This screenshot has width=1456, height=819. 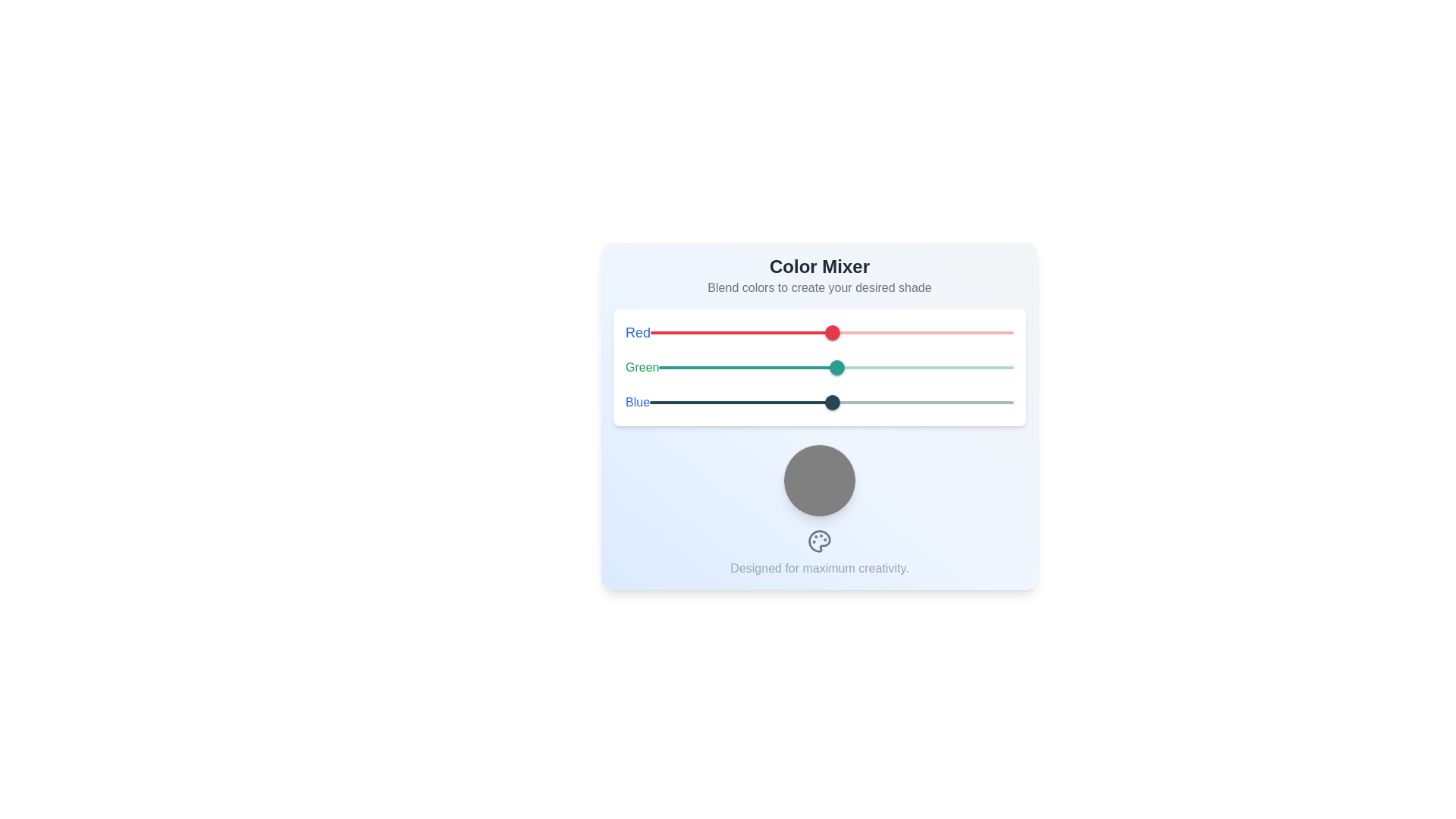 What do you see at coordinates (840, 402) in the screenshot?
I see `the Blue channel` at bounding box center [840, 402].